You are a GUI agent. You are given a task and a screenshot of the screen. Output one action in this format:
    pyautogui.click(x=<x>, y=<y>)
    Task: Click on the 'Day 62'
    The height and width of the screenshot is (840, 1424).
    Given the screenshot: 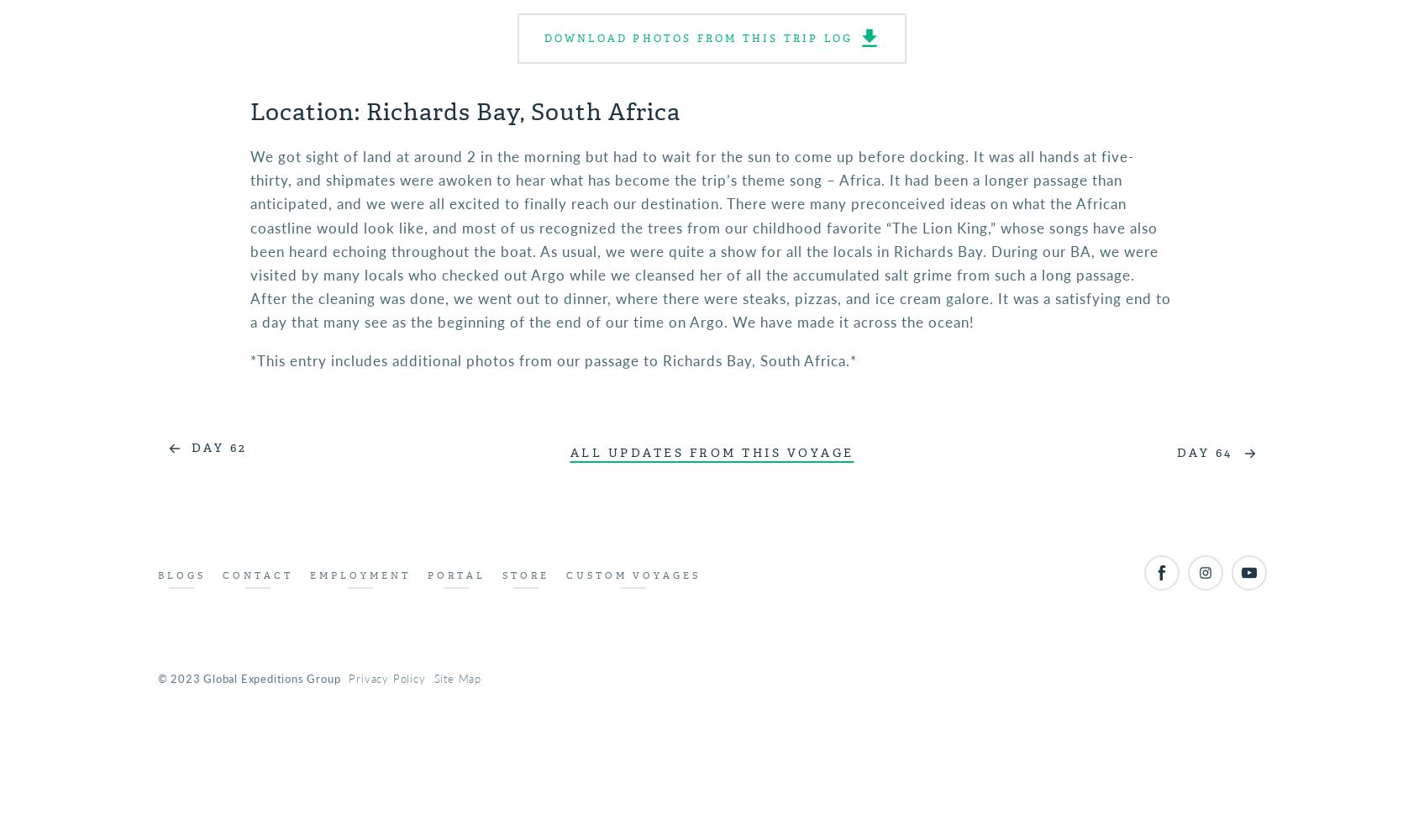 What is the action you would take?
    pyautogui.click(x=189, y=447)
    